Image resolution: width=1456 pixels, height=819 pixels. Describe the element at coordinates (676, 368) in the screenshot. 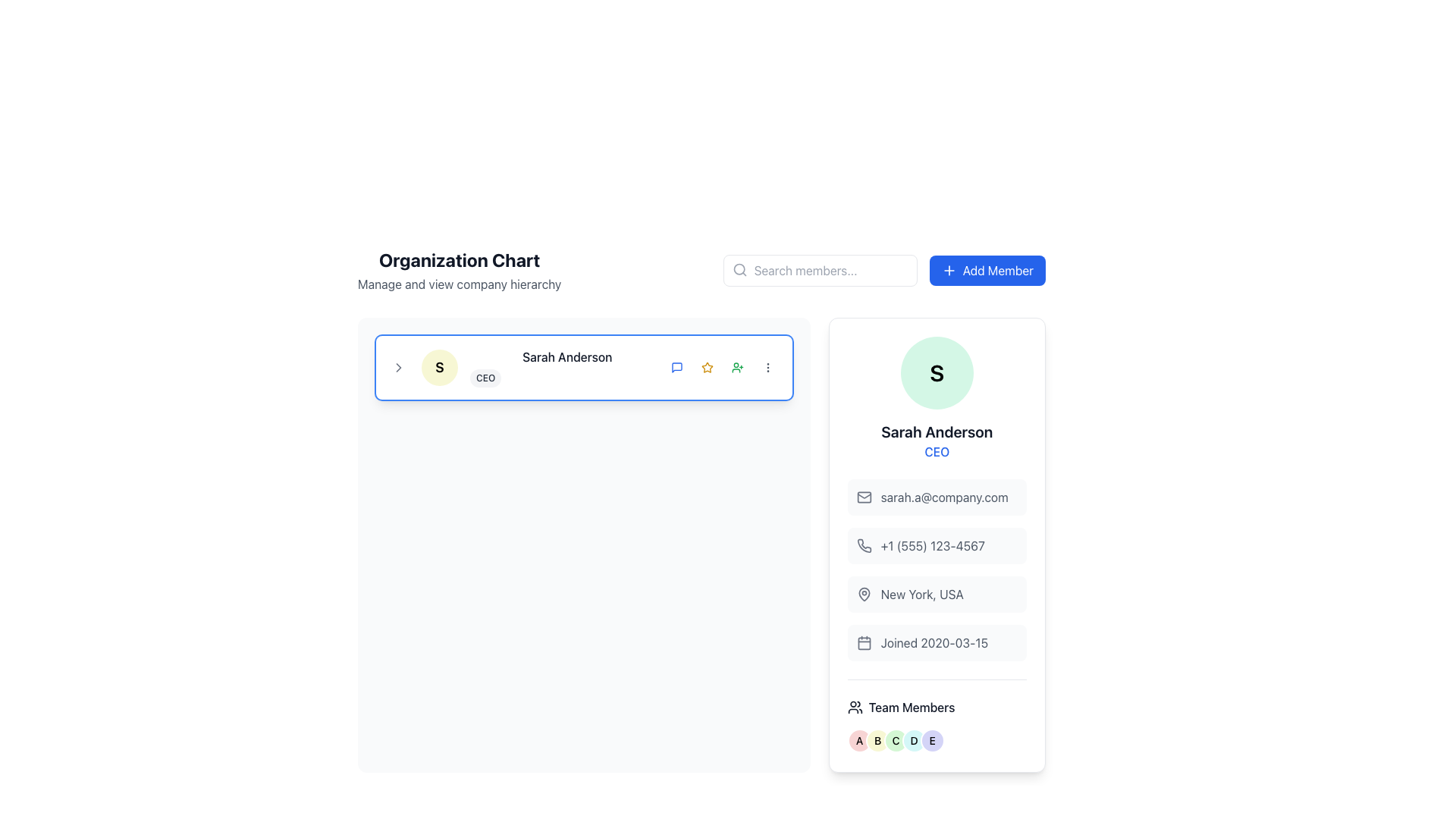

I see `the speech bubble icon representing the communication/message feature located in the left-hand segment of the horizontal bar for 'Sarah Anderson'` at that location.